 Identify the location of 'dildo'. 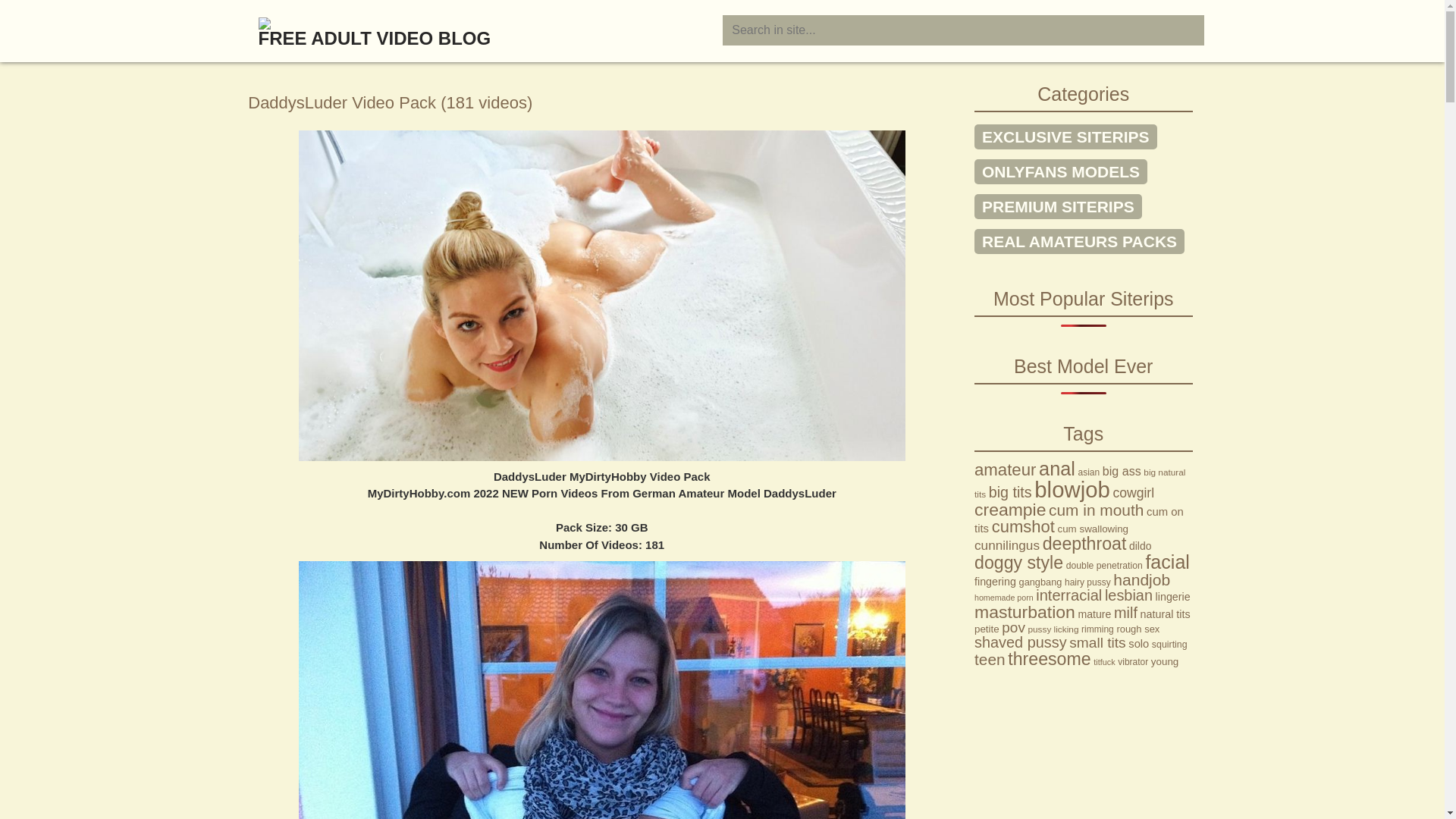
(1140, 546).